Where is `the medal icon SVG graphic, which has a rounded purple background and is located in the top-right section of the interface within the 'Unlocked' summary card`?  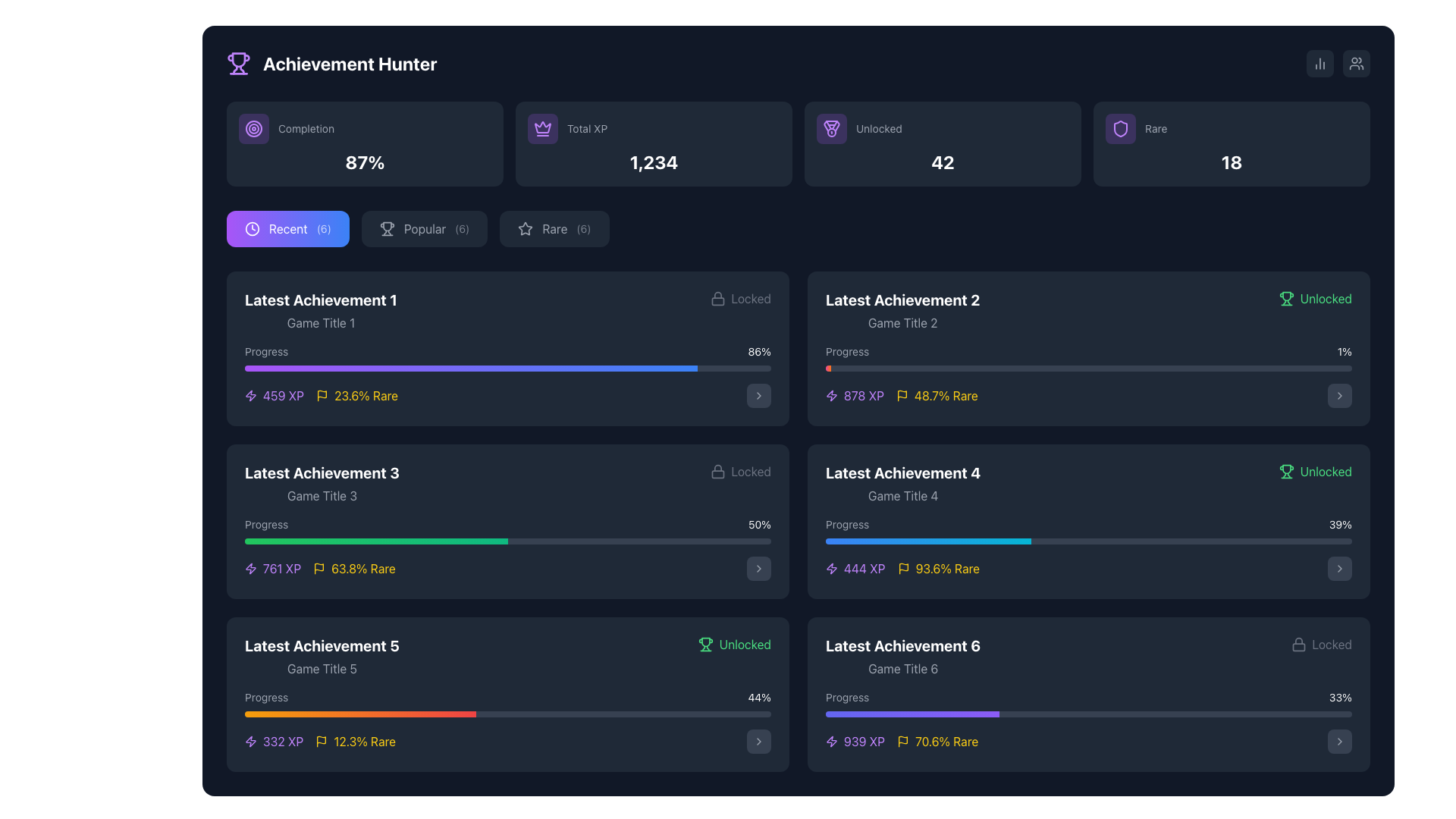 the medal icon SVG graphic, which has a rounded purple background and is located in the top-right section of the interface within the 'Unlocked' summary card is located at coordinates (831, 127).